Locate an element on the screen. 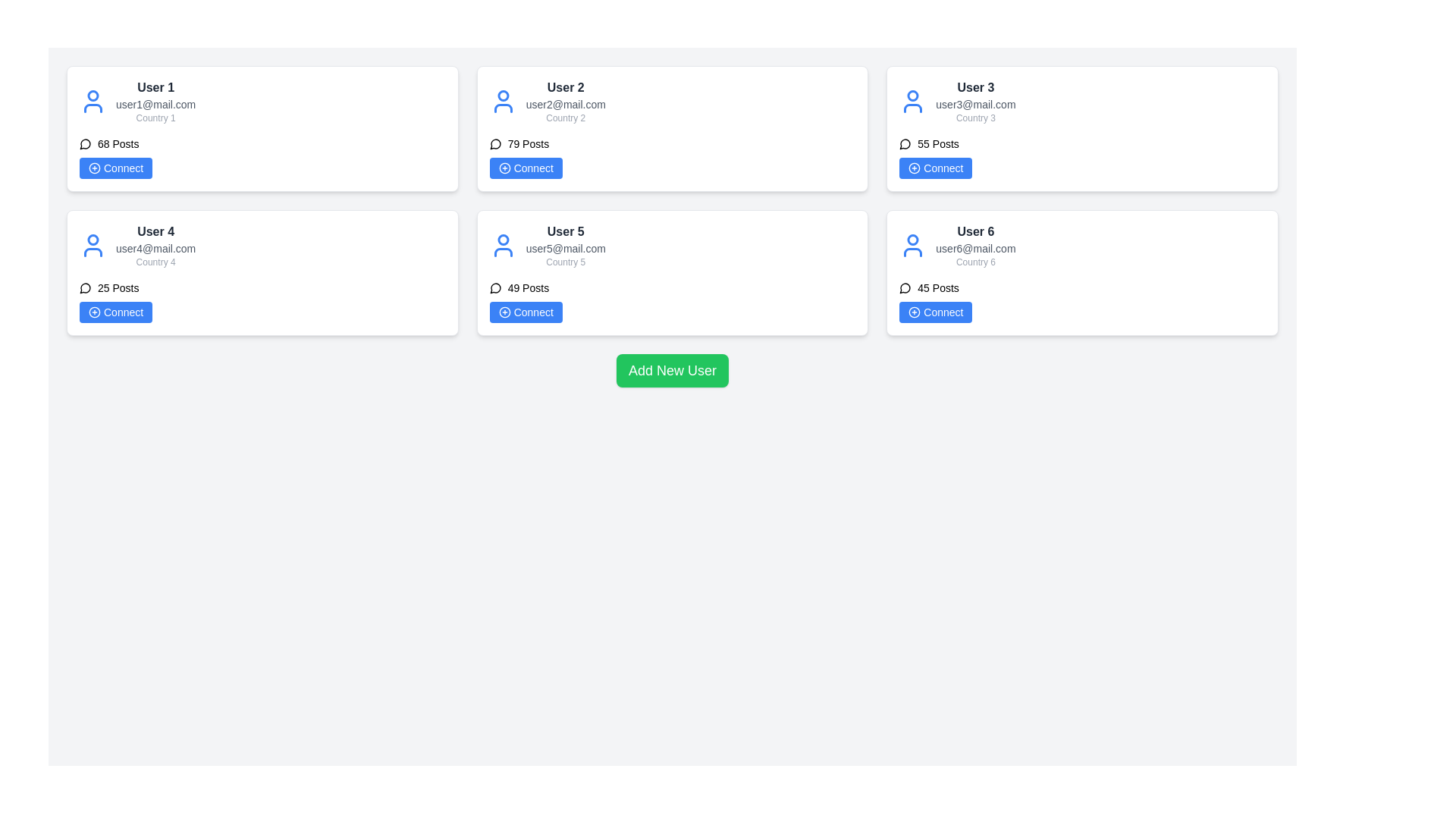  the 'Connect' button located under 'User 2' information in the top-center user card is located at coordinates (526, 168).